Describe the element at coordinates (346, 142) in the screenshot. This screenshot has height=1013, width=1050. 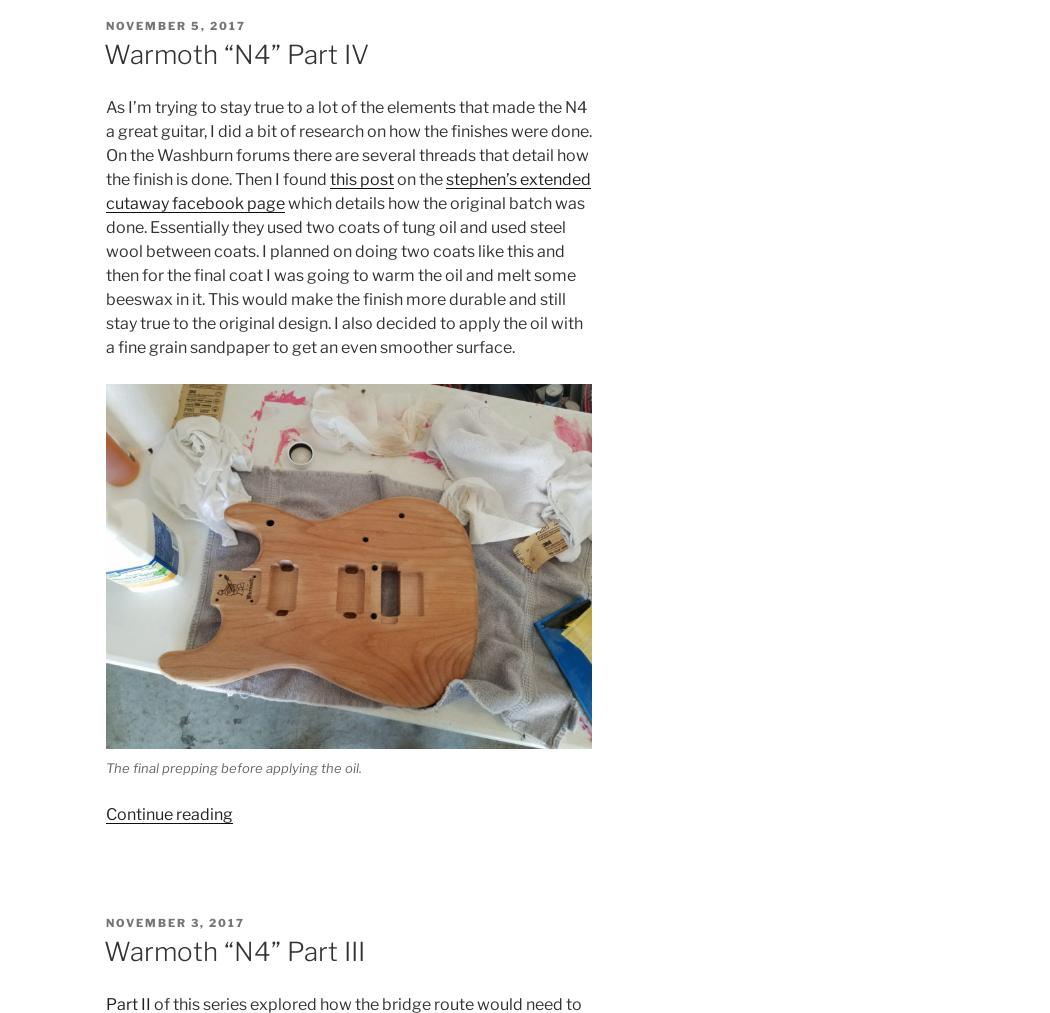
I see `'As I’m trying to stay true to a lot of the elements that made the N4 a great guitar, I did a bit of research on how the finishes were done. On the Washburn forums there are several threads that detail how the finish is done. Then I found'` at that location.